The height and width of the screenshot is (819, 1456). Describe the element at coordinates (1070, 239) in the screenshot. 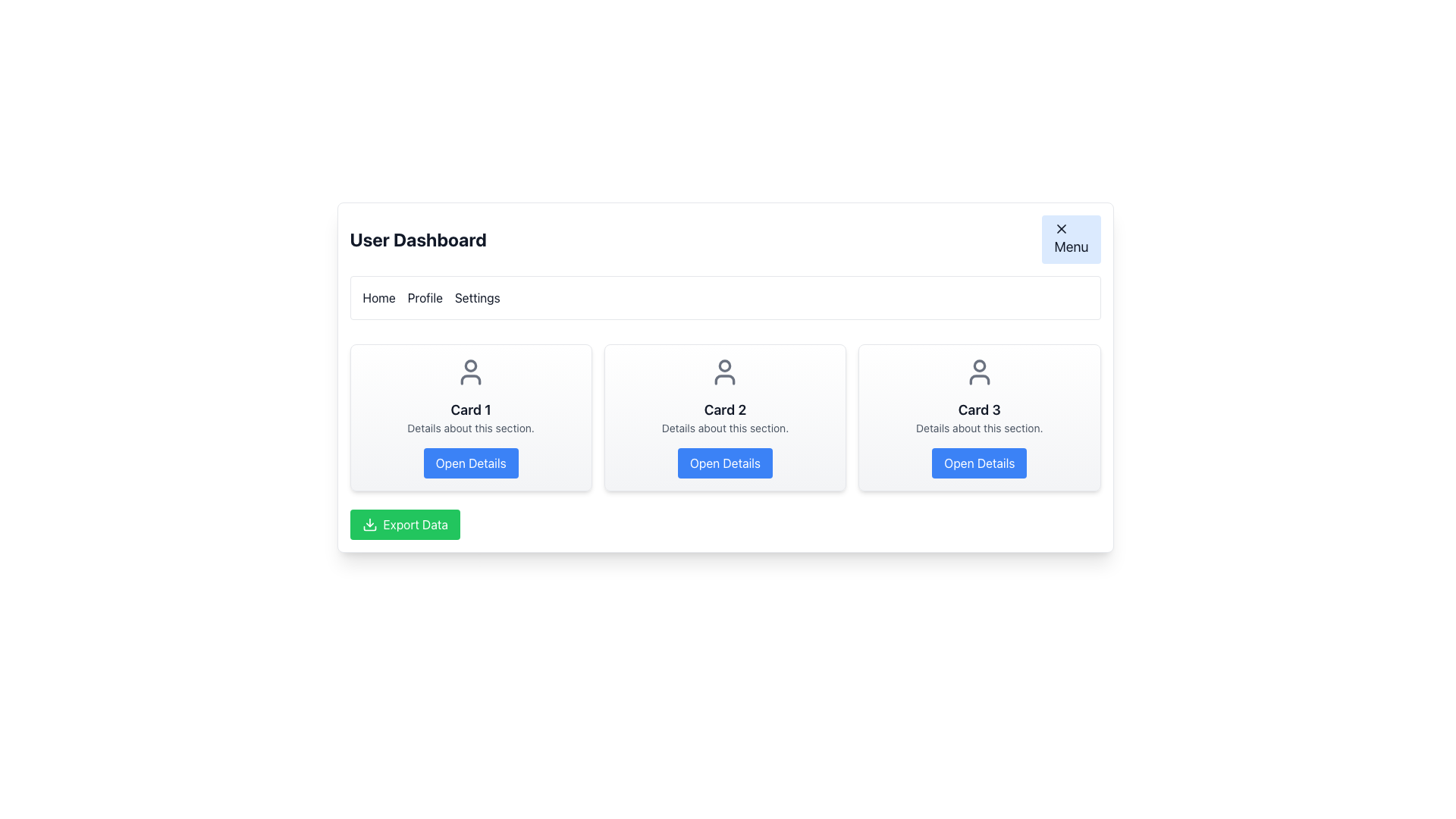

I see `the toggle button located in the top-right corner of the header to observe its hover effect` at that location.